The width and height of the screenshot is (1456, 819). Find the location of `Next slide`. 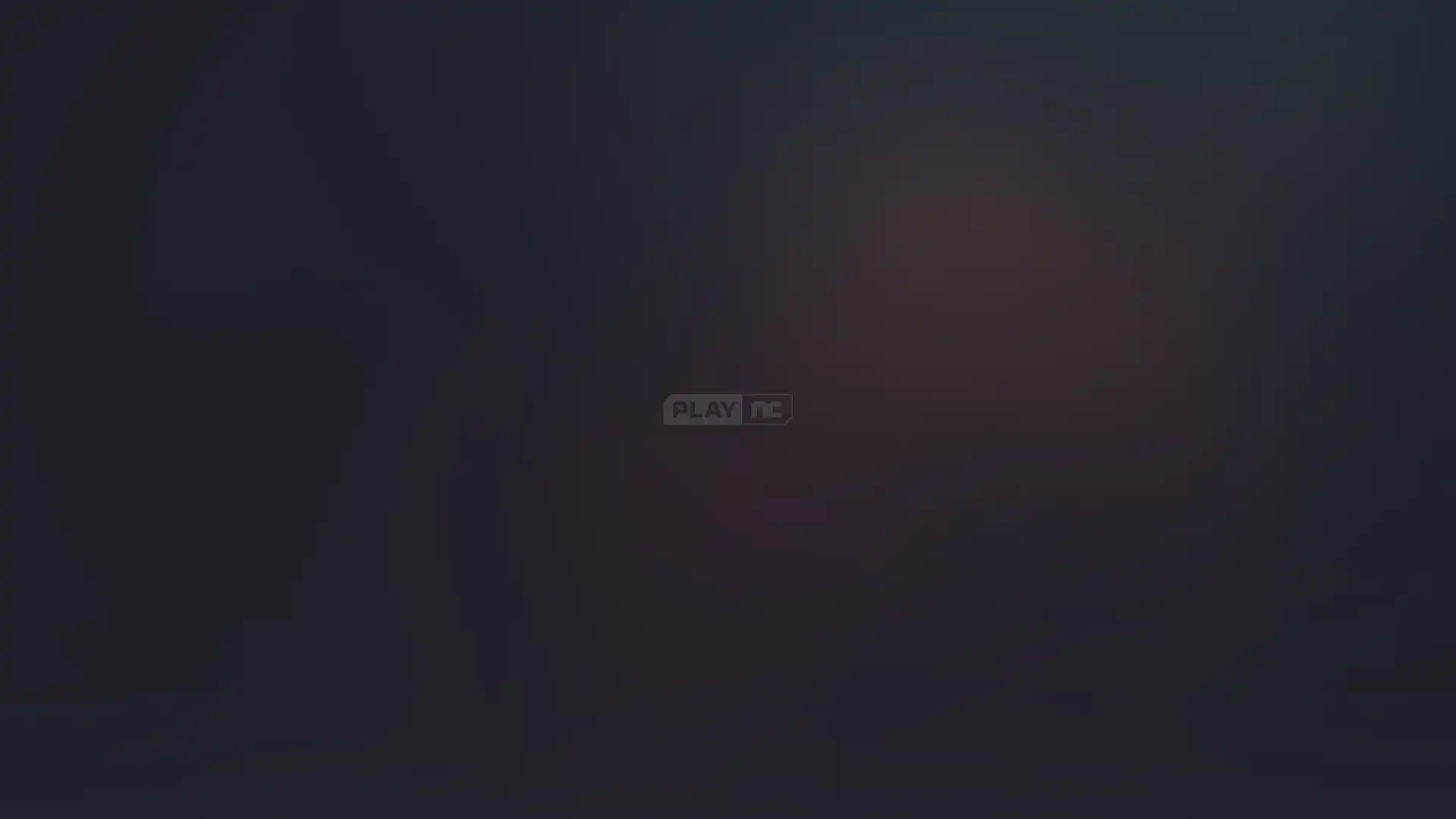

Next slide is located at coordinates (1269, 199).